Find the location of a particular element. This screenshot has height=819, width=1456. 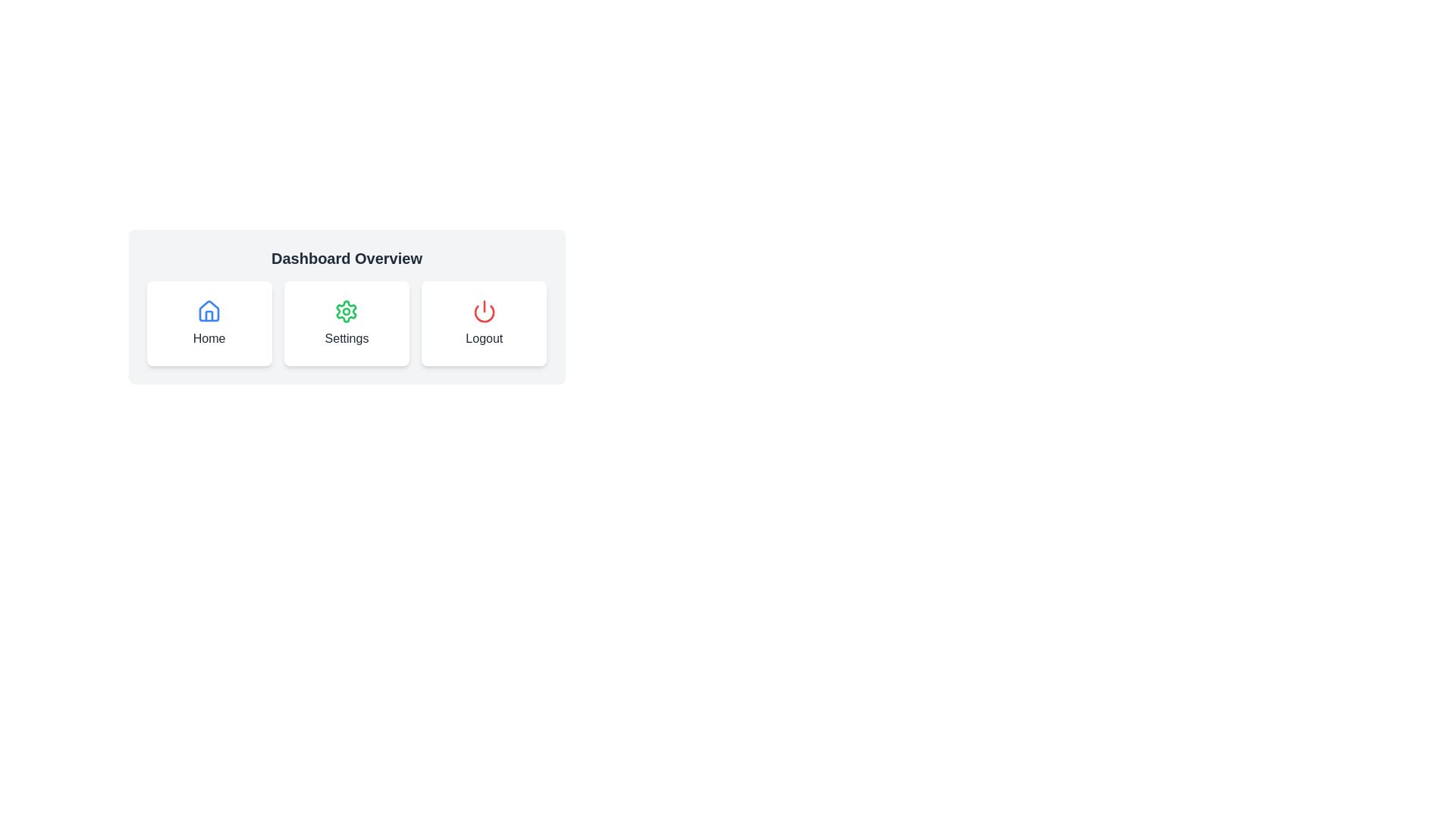

the 'Settings' label which is centrally positioned within a white card, aligned under a green gear icon is located at coordinates (346, 338).